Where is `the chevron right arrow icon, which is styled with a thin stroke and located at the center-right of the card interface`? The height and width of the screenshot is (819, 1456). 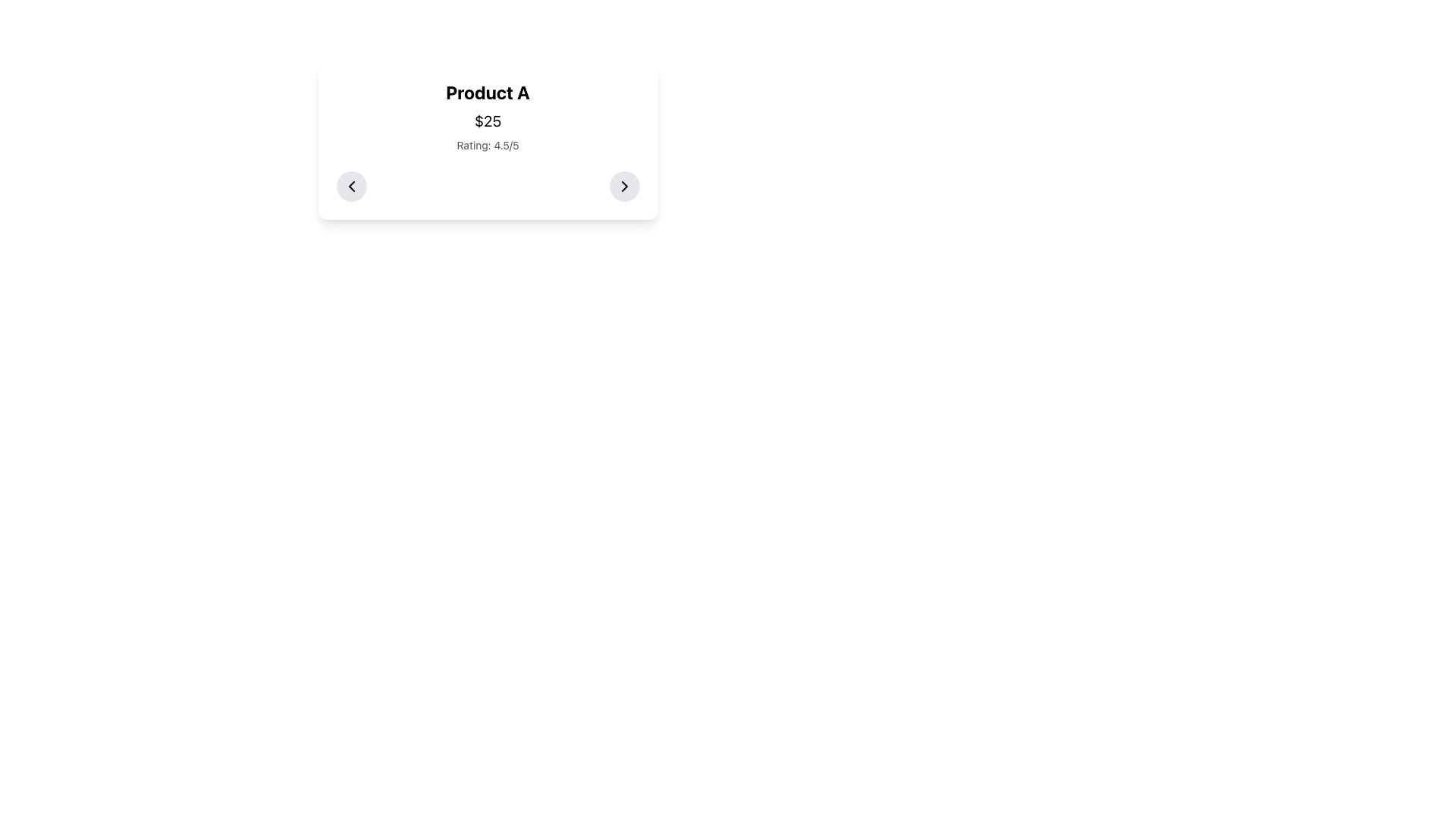
the chevron right arrow icon, which is styled with a thin stroke and located at the center-right of the card interface is located at coordinates (624, 186).